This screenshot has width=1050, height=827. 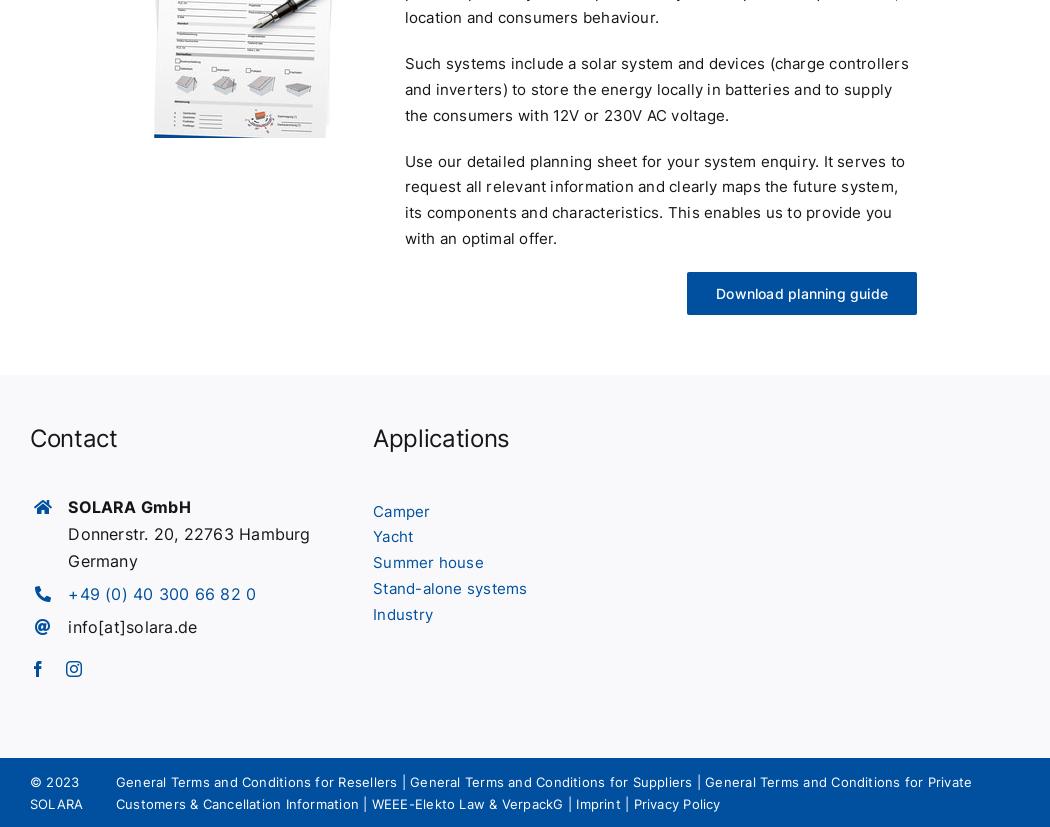 What do you see at coordinates (676, 803) in the screenshot?
I see `'Privacy Policy'` at bounding box center [676, 803].